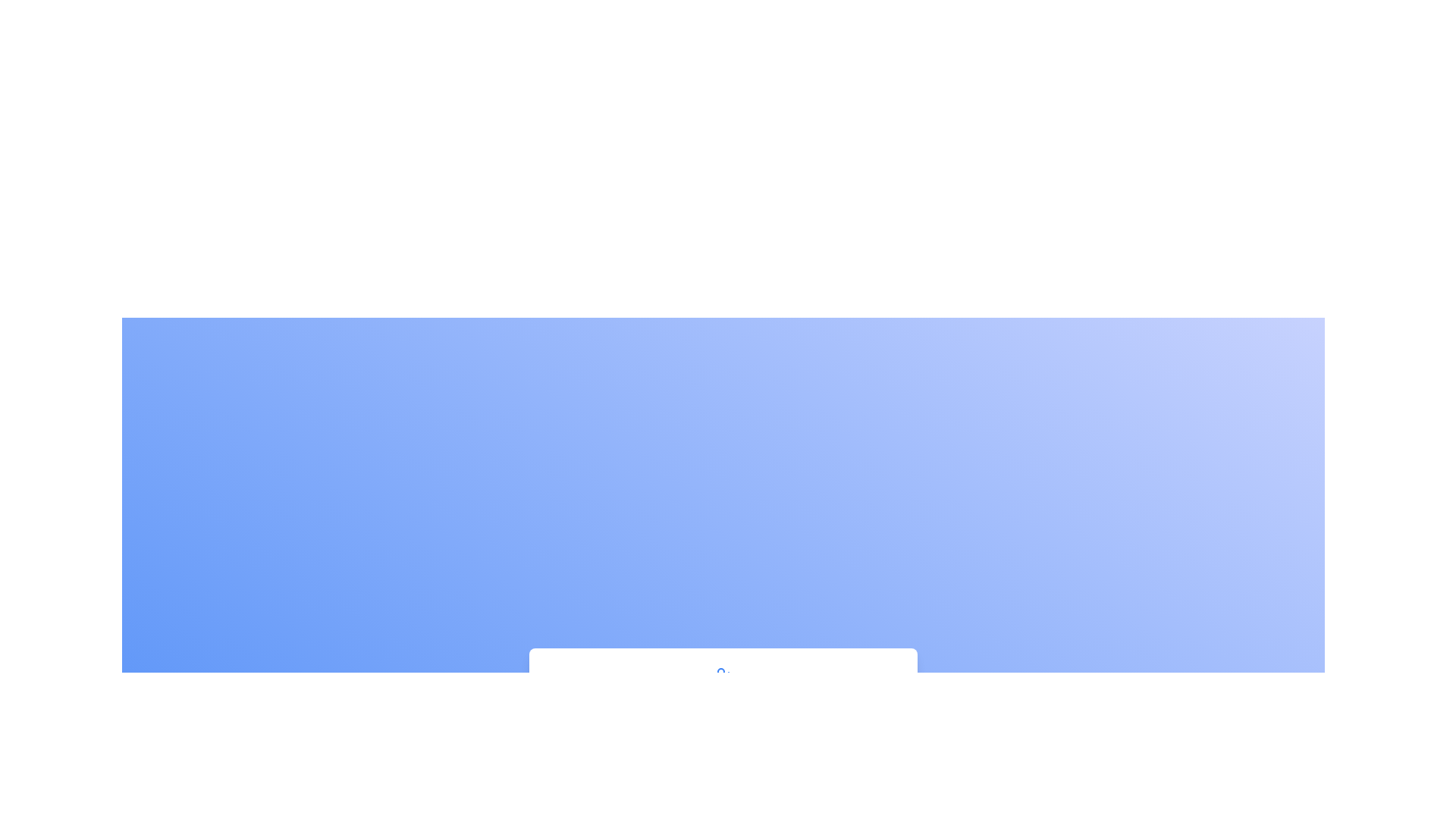  What do you see at coordinates (723, 675) in the screenshot?
I see `the decorative icon within the white card that indicates actions related to adding or managing user profiles, located near the top of the content area above the 'Welcome' and 'Get started by adding your profile information' text` at bounding box center [723, 675].